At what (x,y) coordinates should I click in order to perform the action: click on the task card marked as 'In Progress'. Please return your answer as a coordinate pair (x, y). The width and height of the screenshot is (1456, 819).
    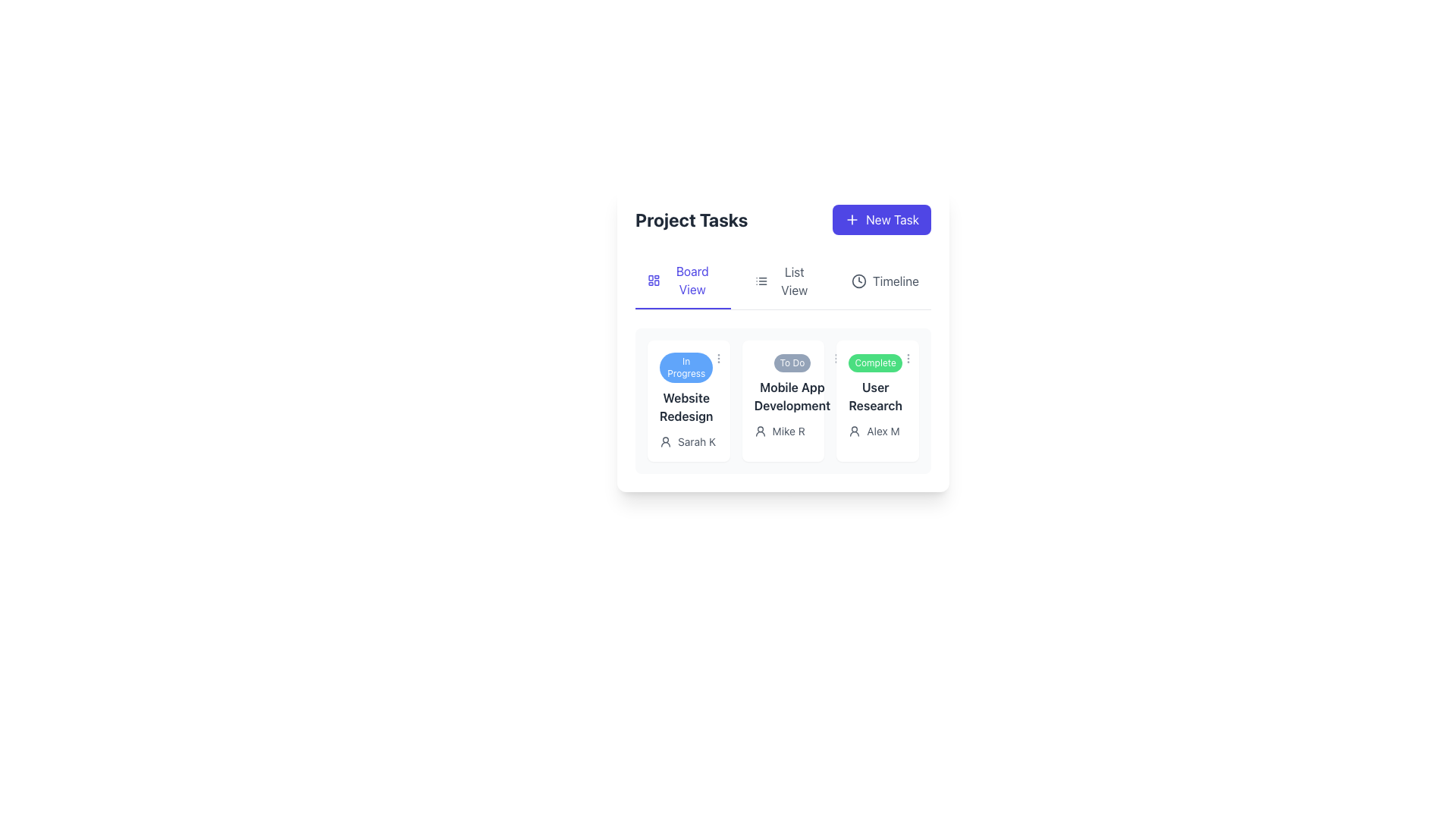
    Looking at the image, I should click on (688, 400).